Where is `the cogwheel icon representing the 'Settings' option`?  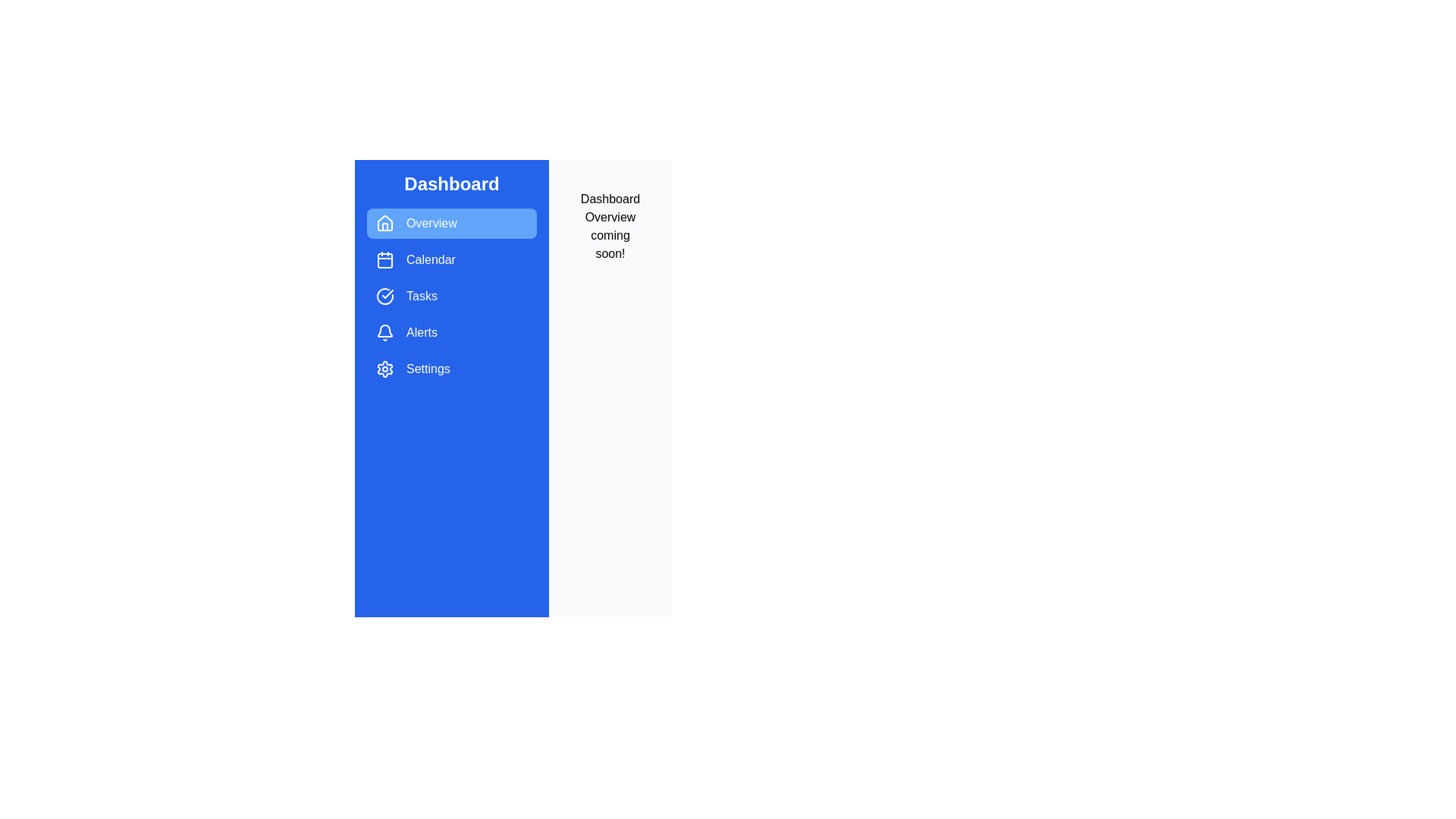
the cogwheel icon representing the 'Settings' option is located at coordinates (385, 369).